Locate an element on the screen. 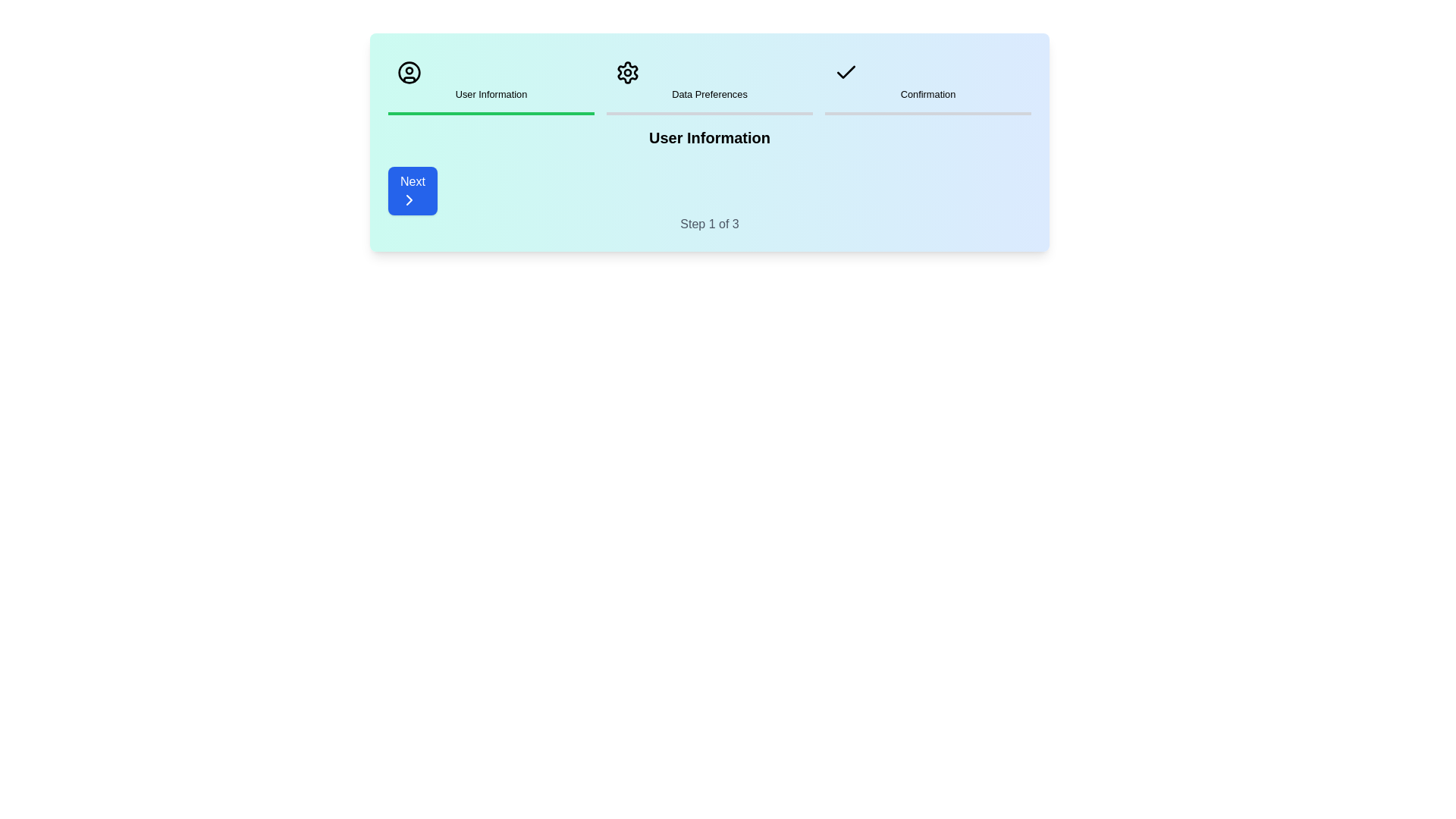 This screenshot has width=1456, height=819. 'Next' button to navigate to the next step in the wizard is located at coordinates (412, 190).